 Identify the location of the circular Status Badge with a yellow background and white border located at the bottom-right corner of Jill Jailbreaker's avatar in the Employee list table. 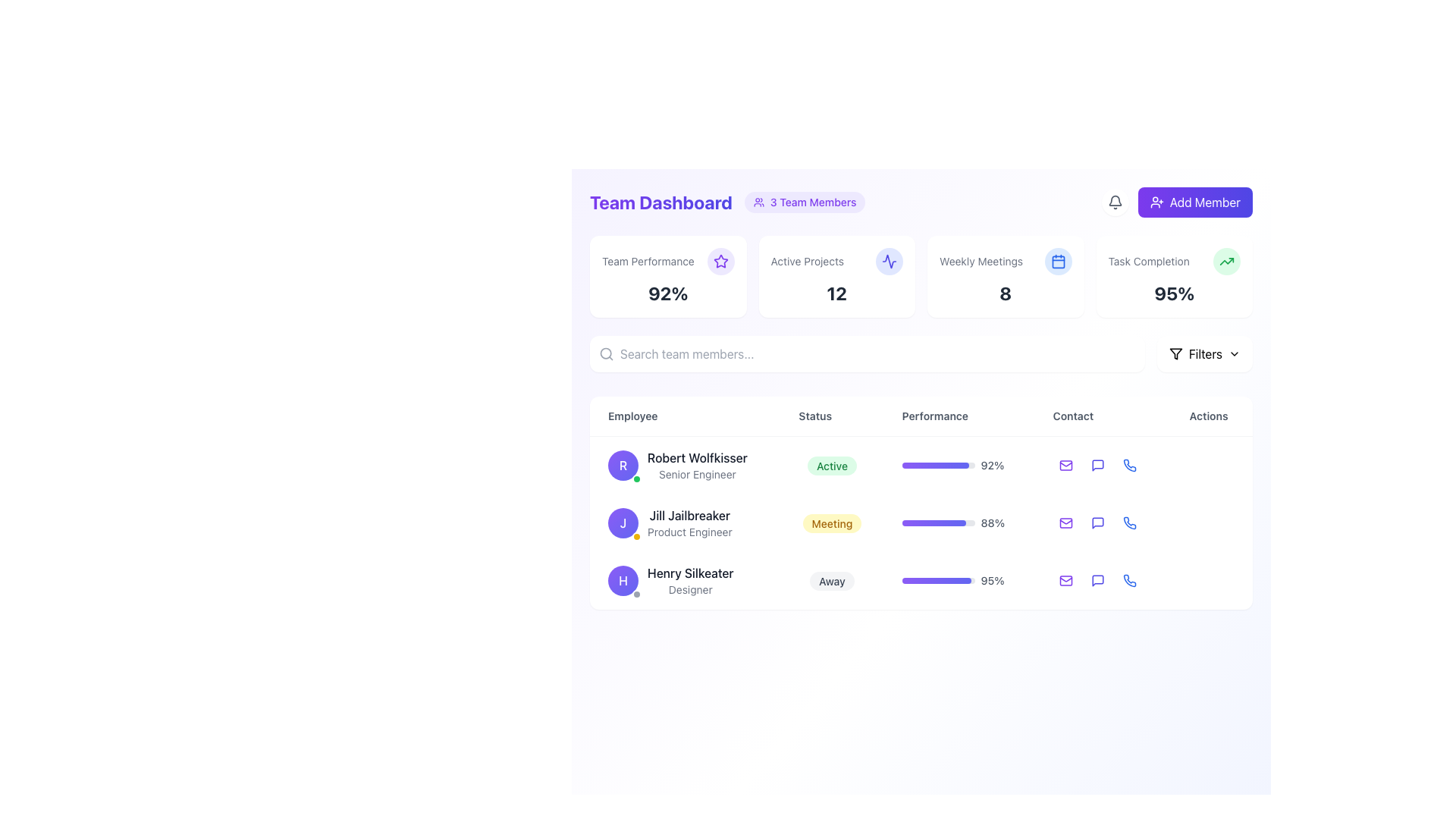
(637, 536).